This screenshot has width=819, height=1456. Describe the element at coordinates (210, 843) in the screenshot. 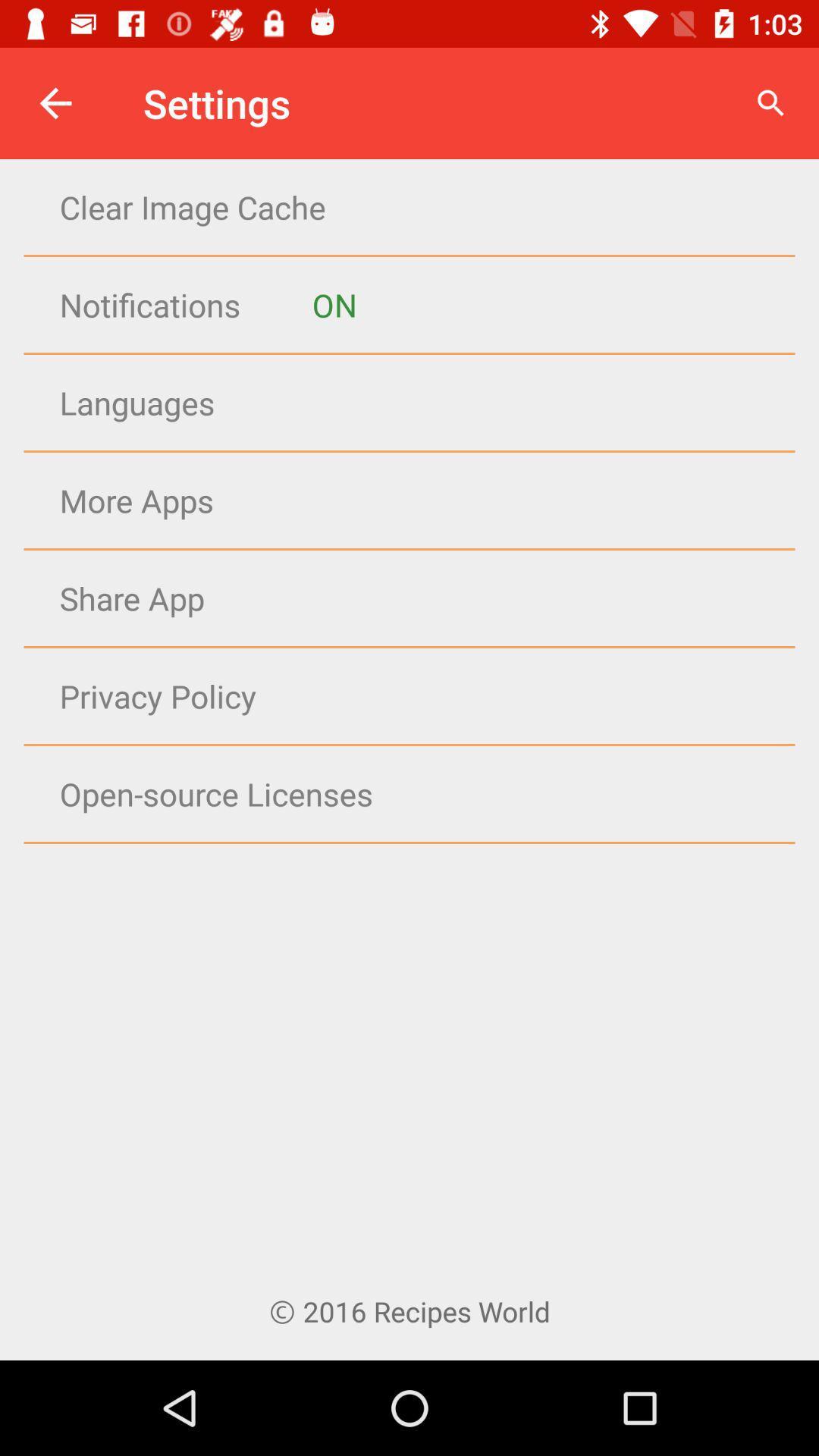

I see `last option under the header text` at that location.